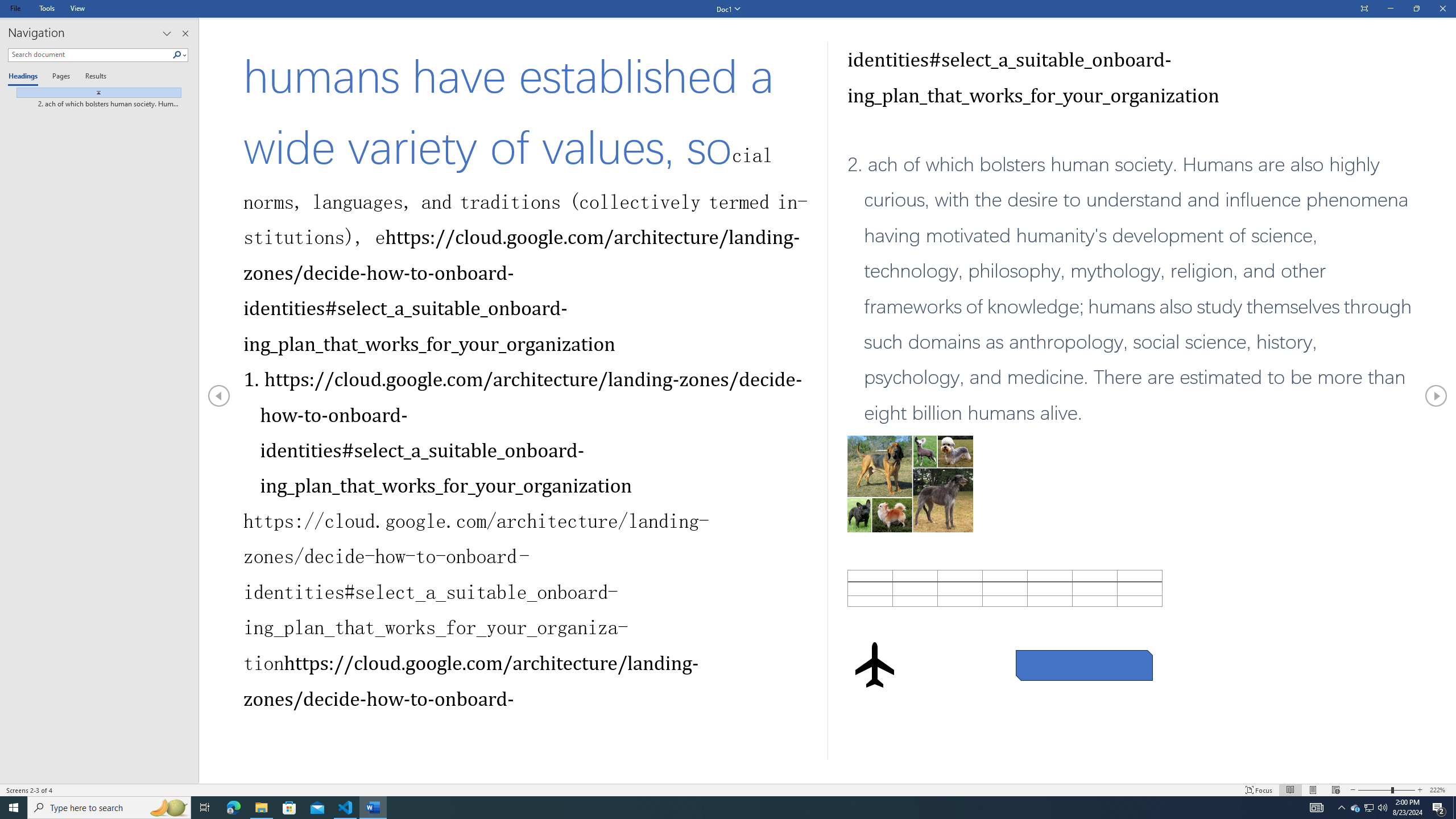 Image resolution: width=1456 pixels, height=819 pixels. Describe the element at coordinates (90, 54) in the screenshot. I see `'Search document'` at that location.